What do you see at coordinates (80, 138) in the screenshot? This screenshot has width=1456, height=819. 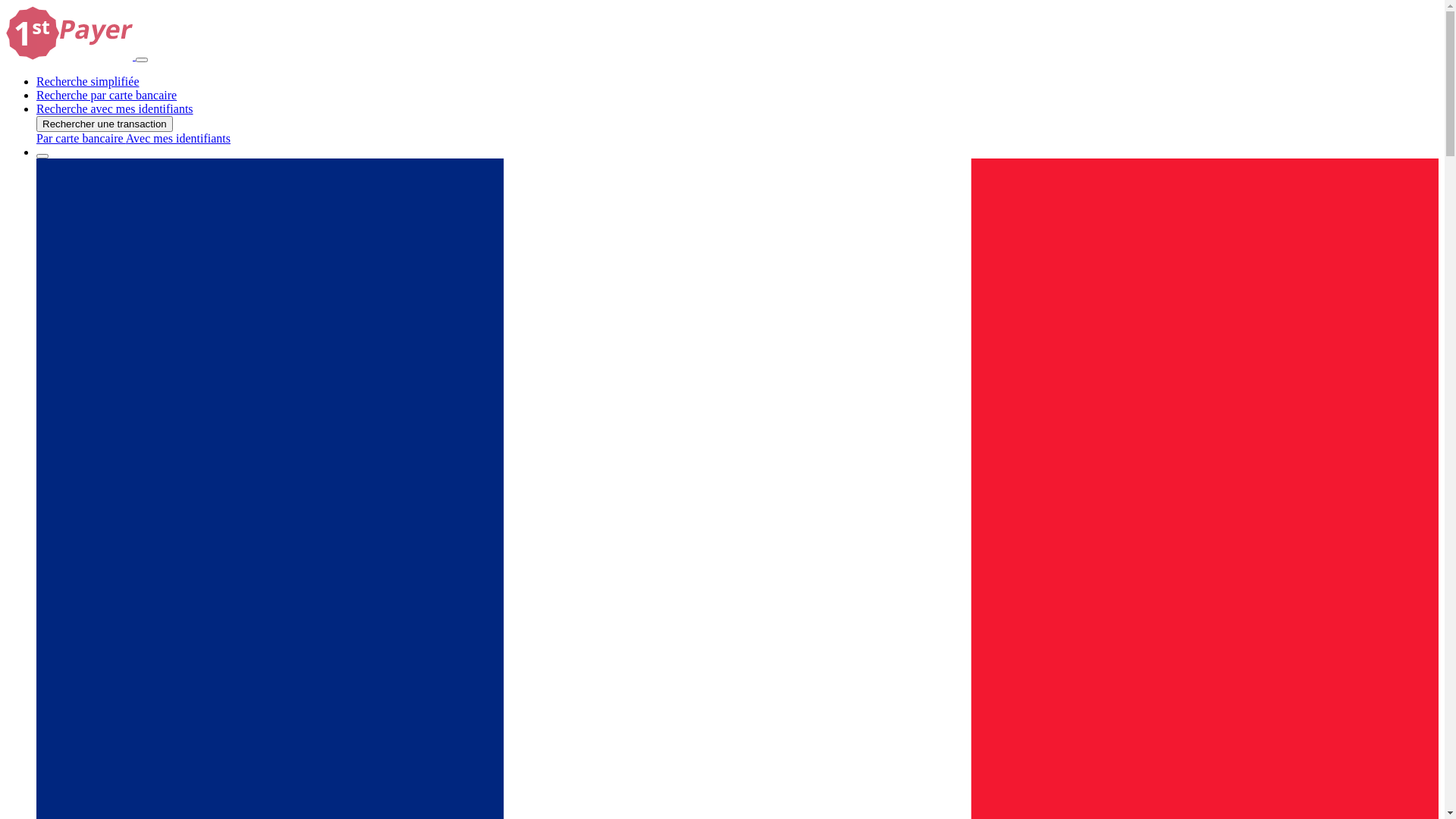 I see `'Par carte bancaire'` at bounding box center [80, 138].